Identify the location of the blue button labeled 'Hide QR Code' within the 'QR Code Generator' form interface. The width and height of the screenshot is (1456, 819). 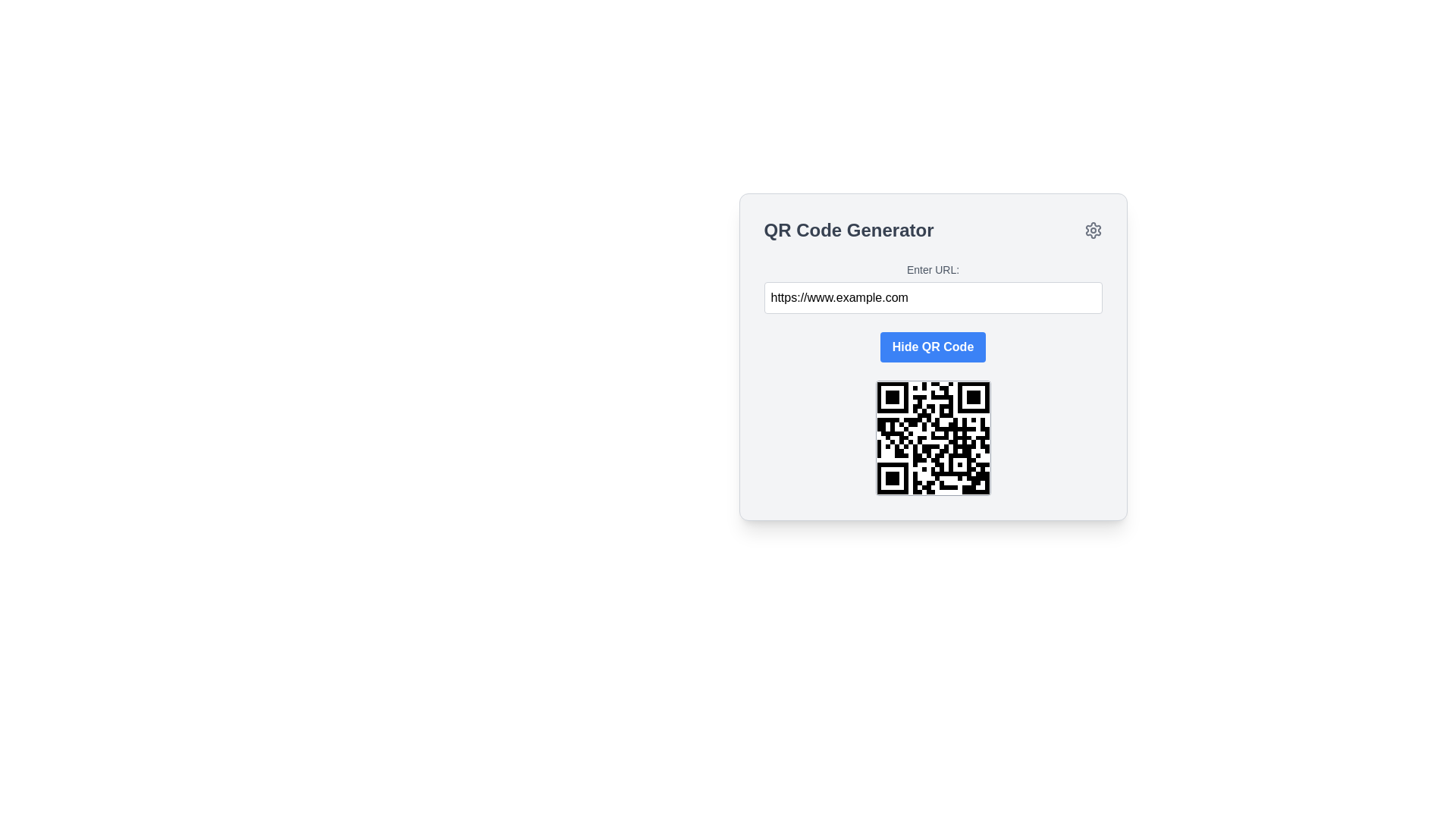
(932, 356).